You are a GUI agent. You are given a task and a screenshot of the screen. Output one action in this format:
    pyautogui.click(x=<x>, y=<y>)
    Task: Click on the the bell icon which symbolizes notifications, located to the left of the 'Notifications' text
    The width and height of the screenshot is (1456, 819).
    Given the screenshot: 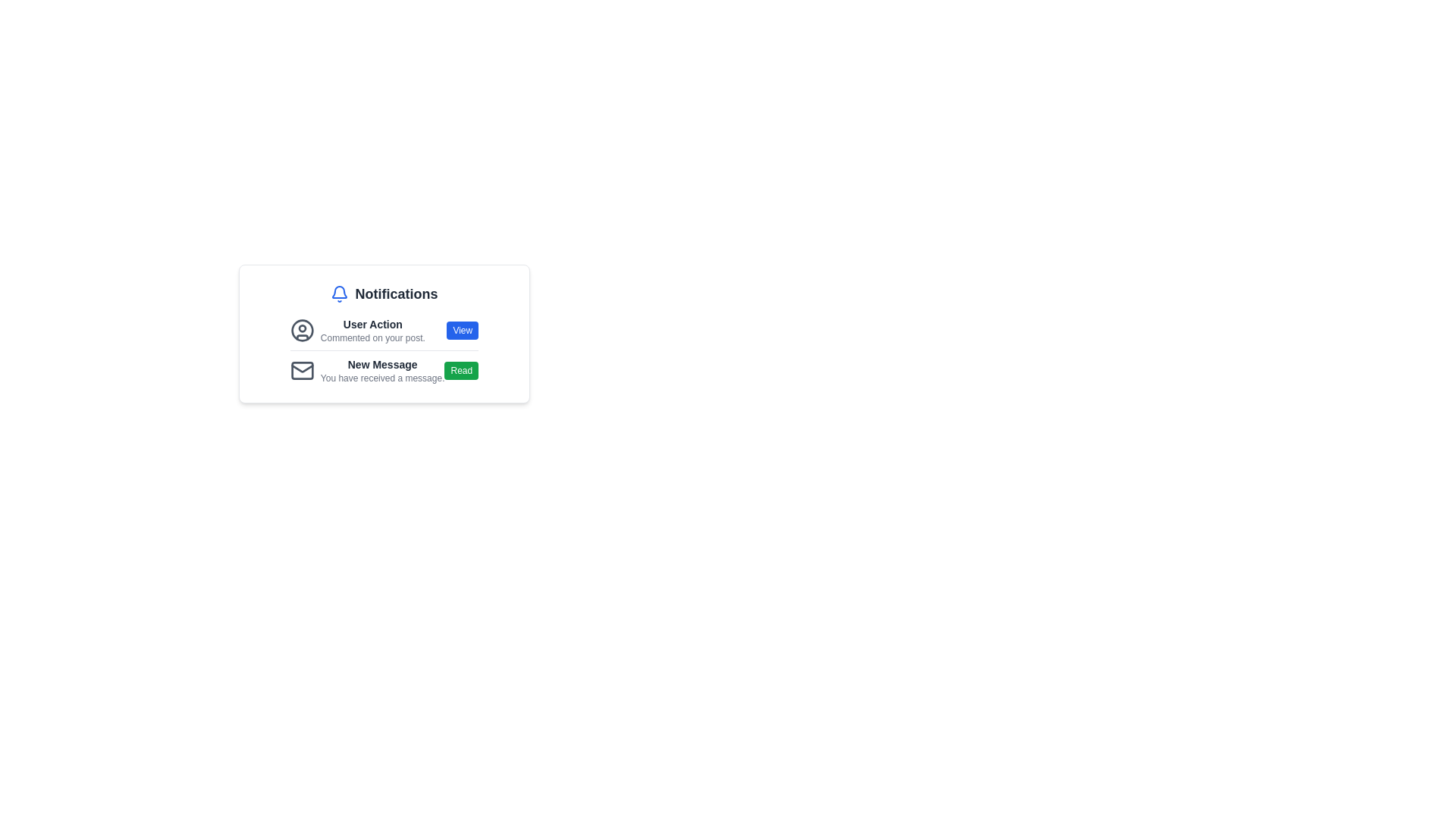 What is the action you would take?
    pyautogui.click(x=339, y=294)
    